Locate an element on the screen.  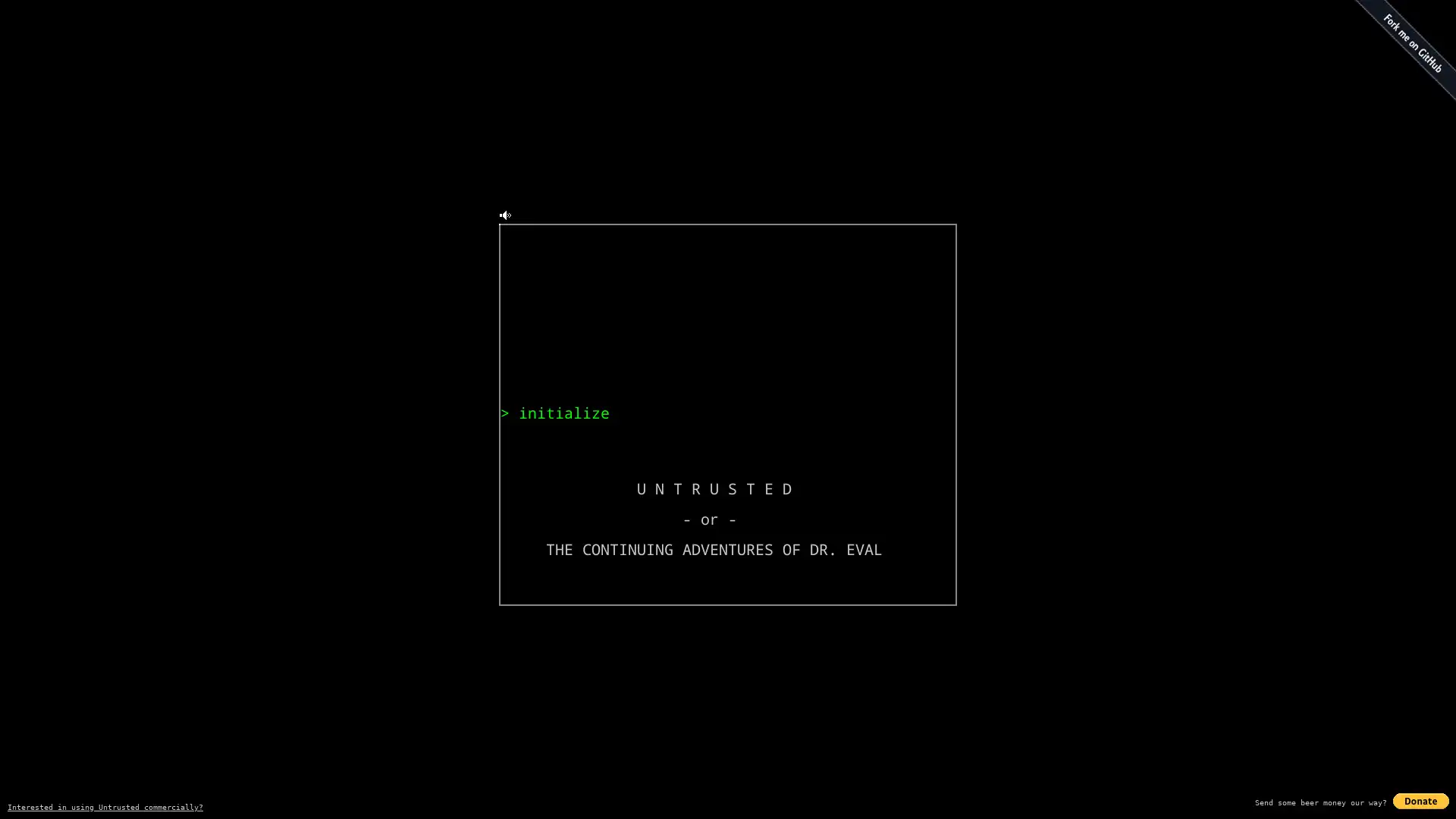
PayPal - The safer, easier way to pay online! is located at coordinates (1420, 800).